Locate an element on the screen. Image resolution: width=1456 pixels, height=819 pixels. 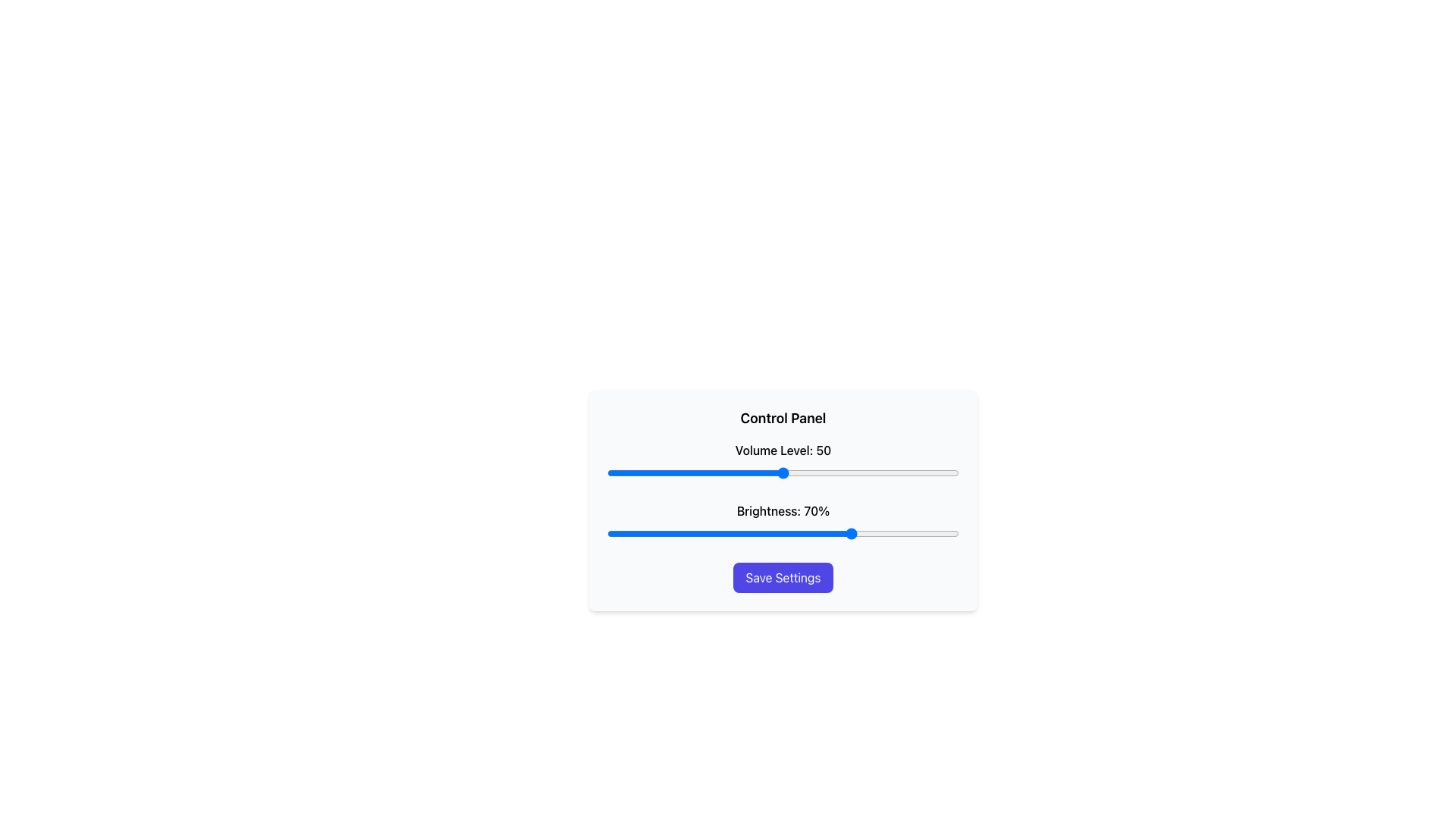
the Range slider located below the 'Volume Level: 50' label in the 'Control Panel' to potentially display a tooltip is located at coordinates (783, 472).